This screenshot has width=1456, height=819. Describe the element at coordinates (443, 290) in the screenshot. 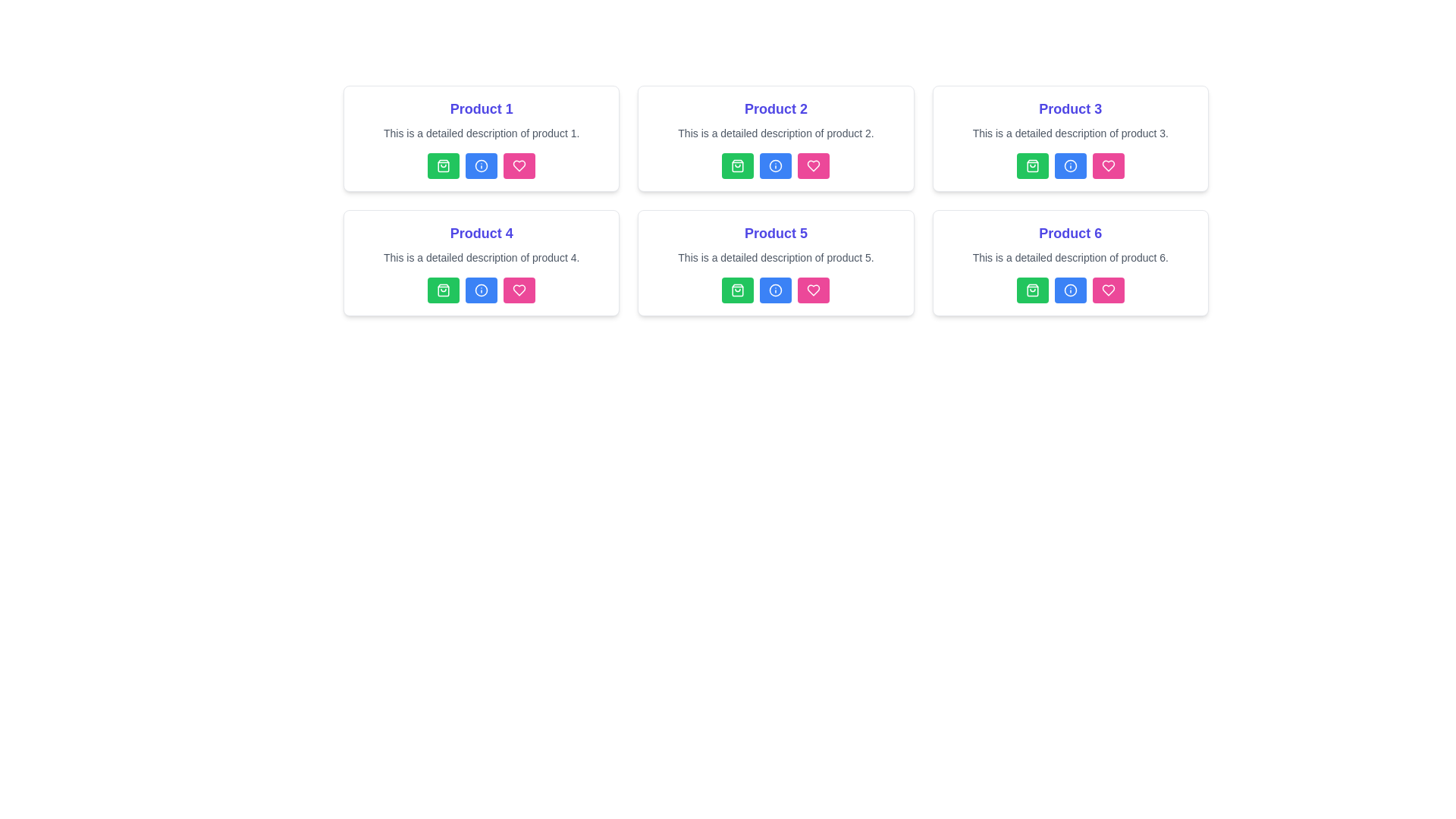

I see `the 'Add to Cart' button located under the 'Product 4' section, which is the first button in the second row of the grid layout to change its appearance` at that location.